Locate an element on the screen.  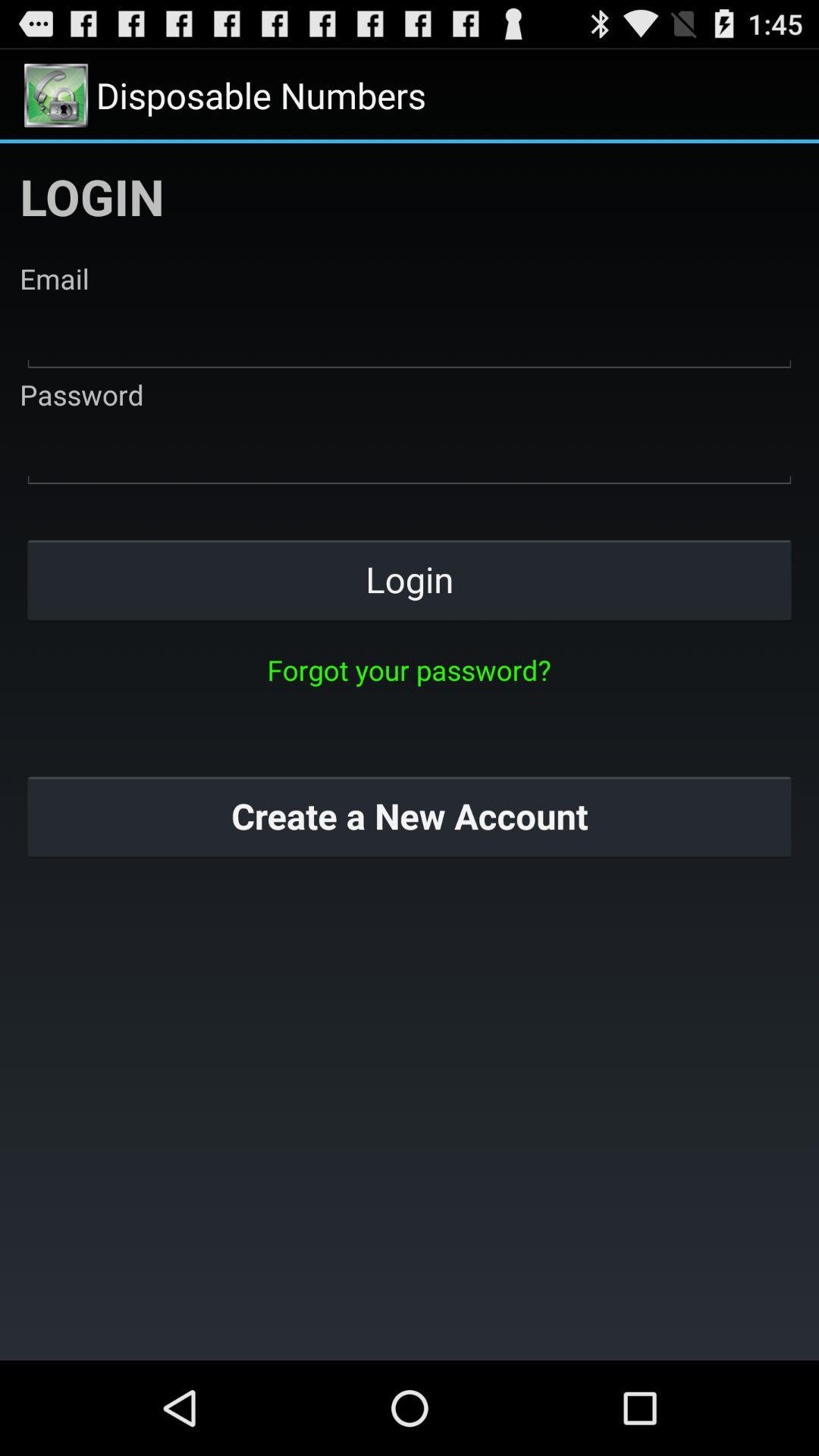
password here is located at coordinates (409, 451).